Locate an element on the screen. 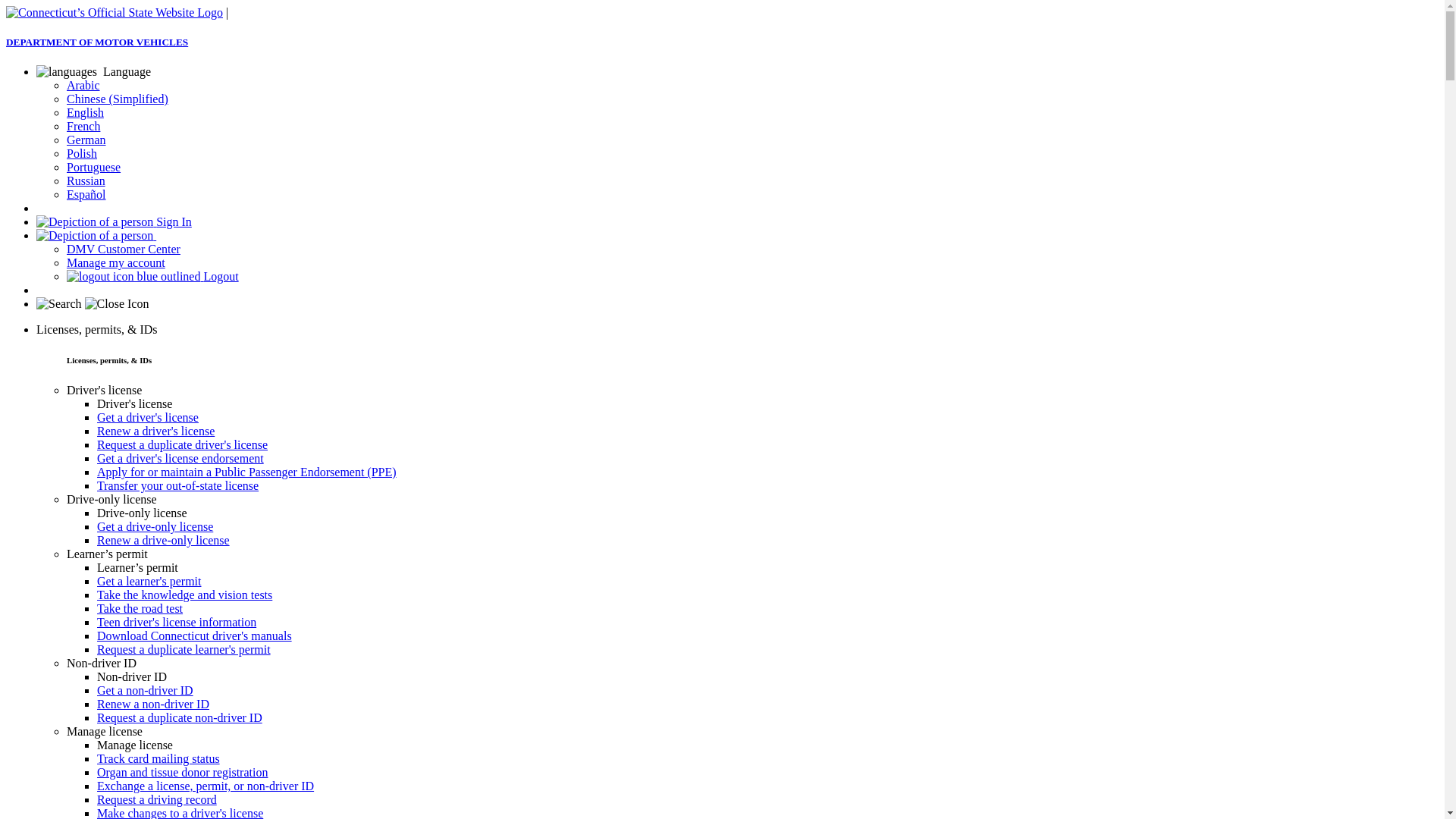  'Take the road test' is located at coordinates (140, 607).